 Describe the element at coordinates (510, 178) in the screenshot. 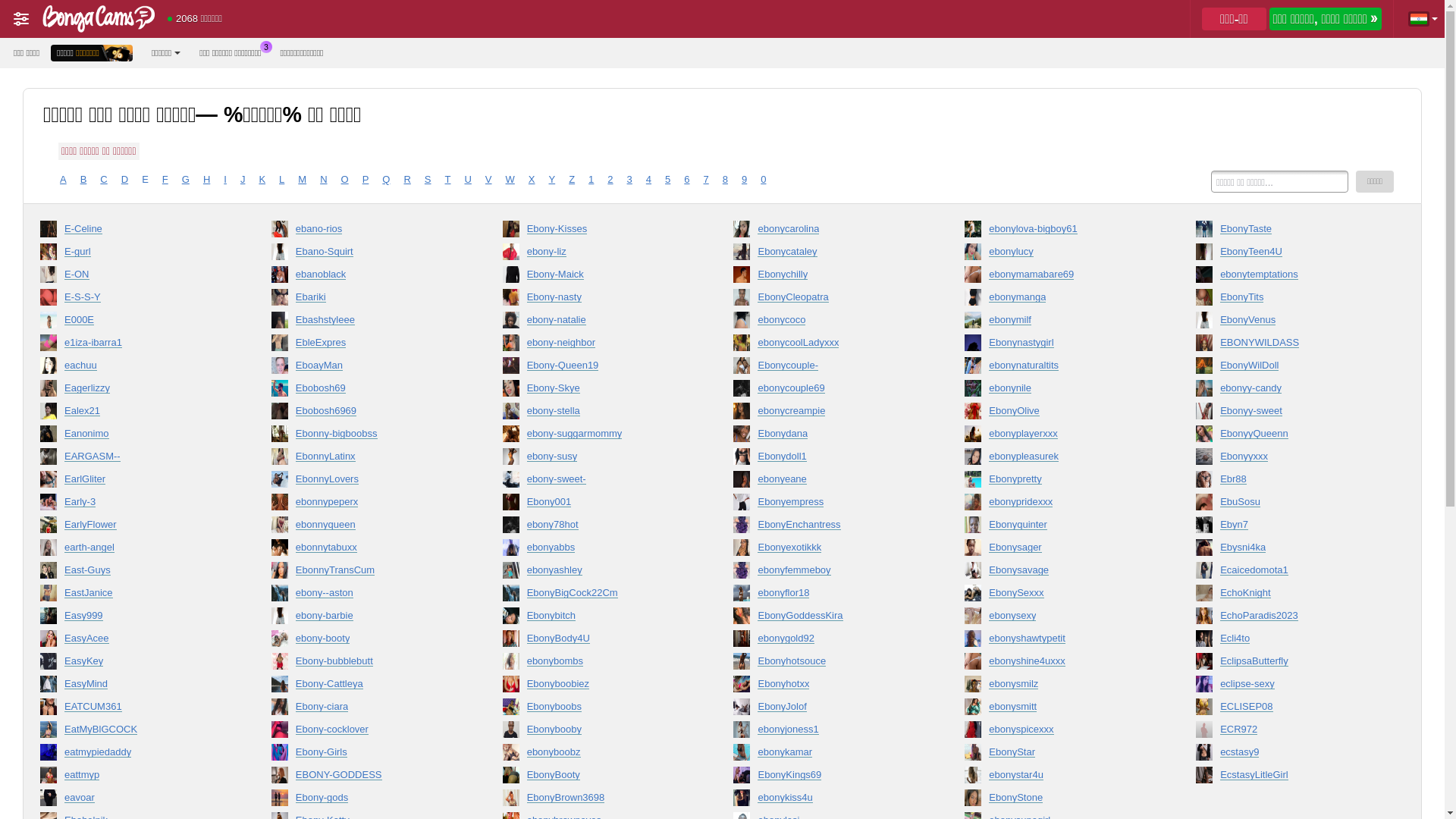

I see `'W'` at that location.